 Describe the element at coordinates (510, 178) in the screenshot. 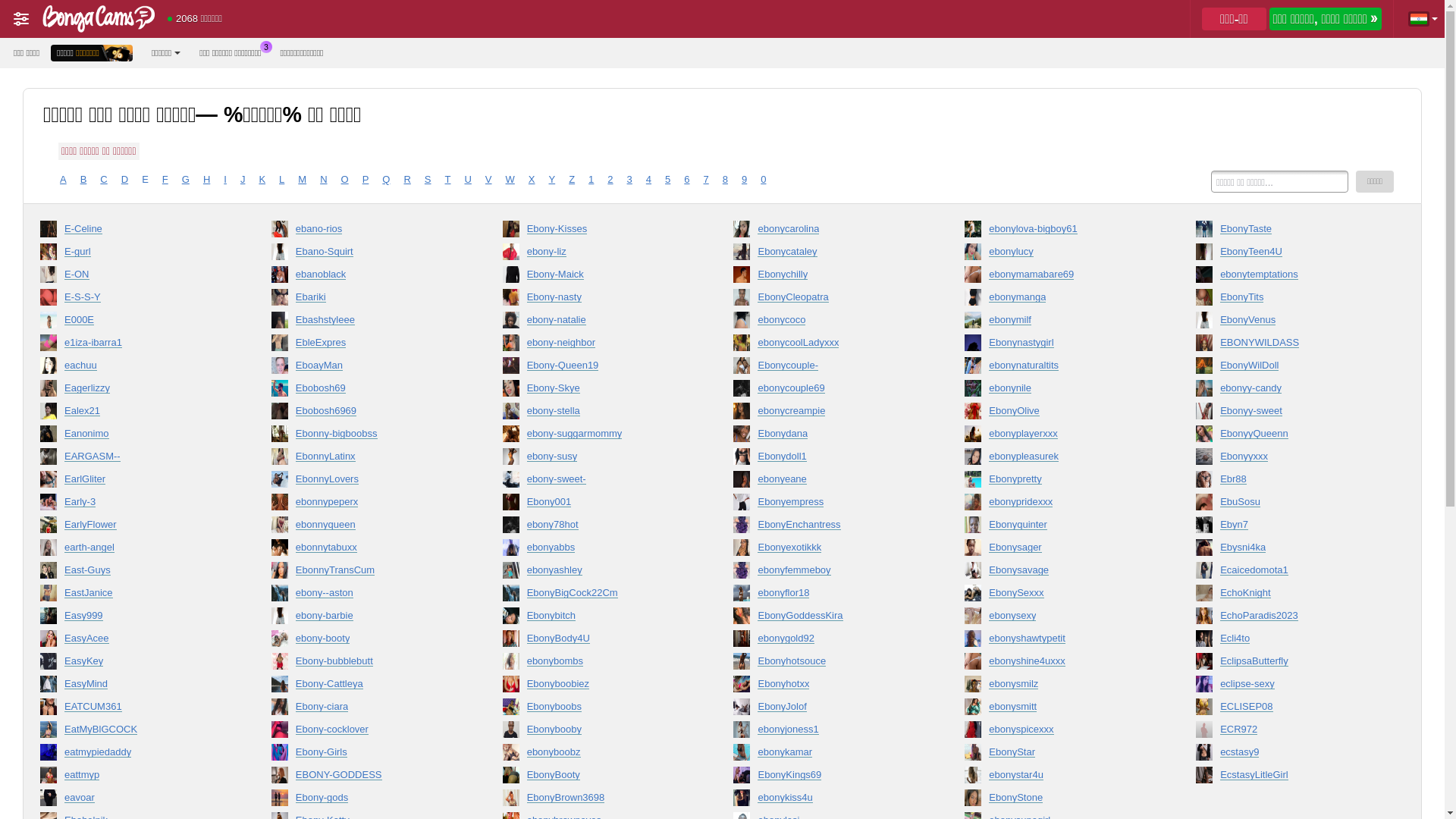

I see `'W'` at that location.